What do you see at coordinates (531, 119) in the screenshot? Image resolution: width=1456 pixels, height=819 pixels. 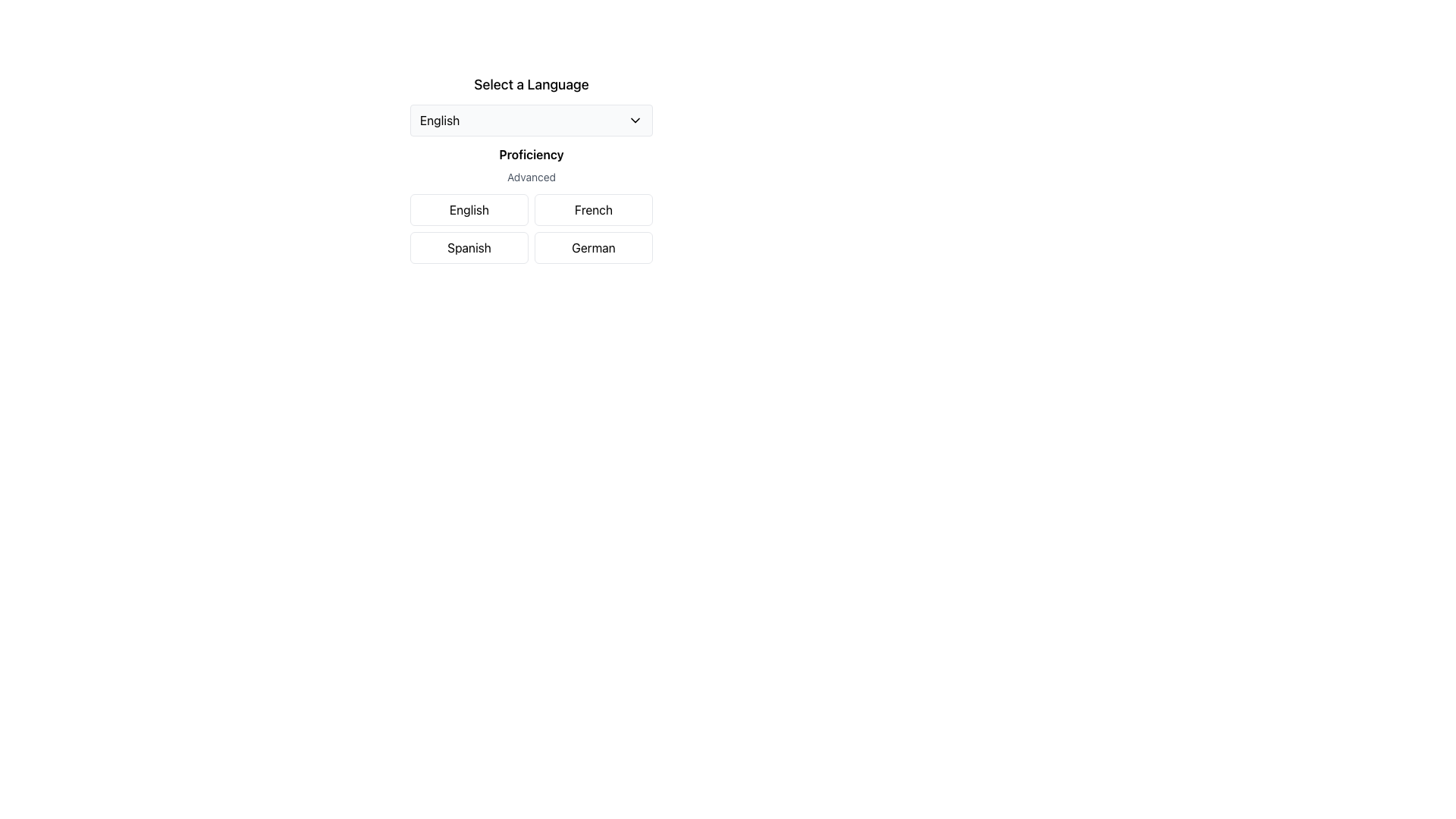 I see `the dropdown menu labeled 'English'` at bounding box center [531, 119].